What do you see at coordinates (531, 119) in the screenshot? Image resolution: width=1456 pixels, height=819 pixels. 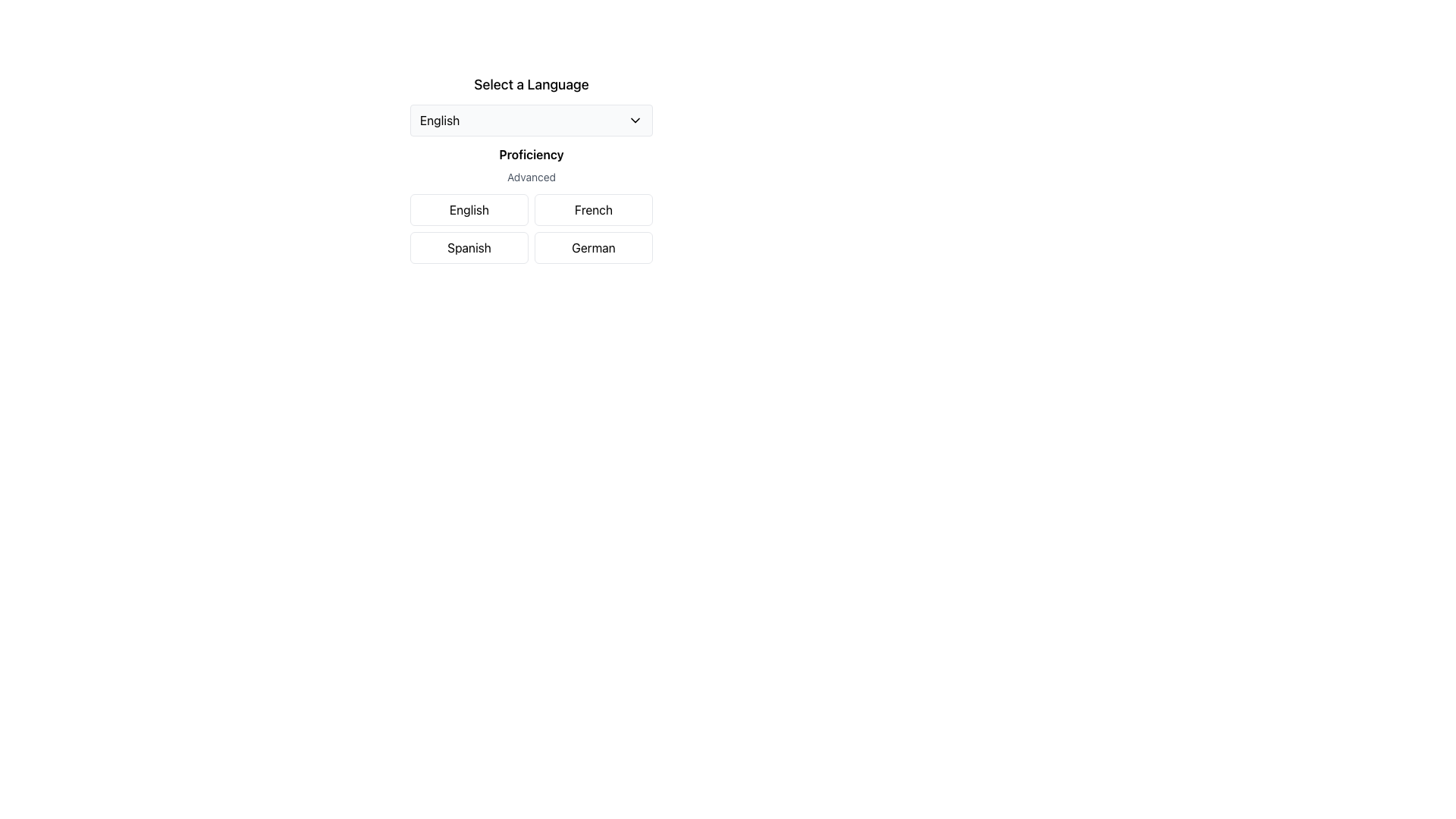 I see `the dropdown menu labeled 'English'` at bounding box center [531, 119].